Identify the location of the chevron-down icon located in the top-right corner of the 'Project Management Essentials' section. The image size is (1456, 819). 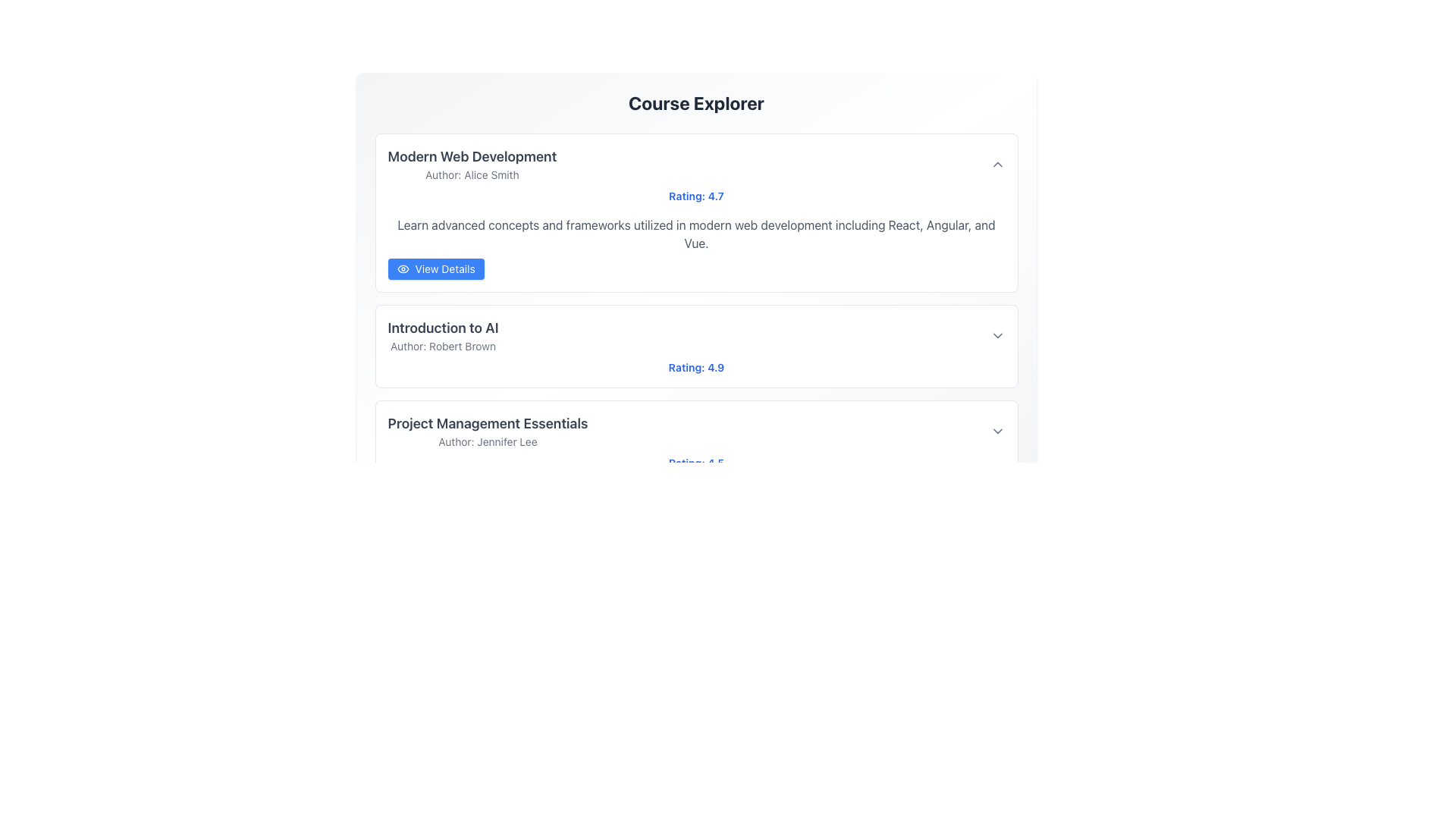
(997, 431).